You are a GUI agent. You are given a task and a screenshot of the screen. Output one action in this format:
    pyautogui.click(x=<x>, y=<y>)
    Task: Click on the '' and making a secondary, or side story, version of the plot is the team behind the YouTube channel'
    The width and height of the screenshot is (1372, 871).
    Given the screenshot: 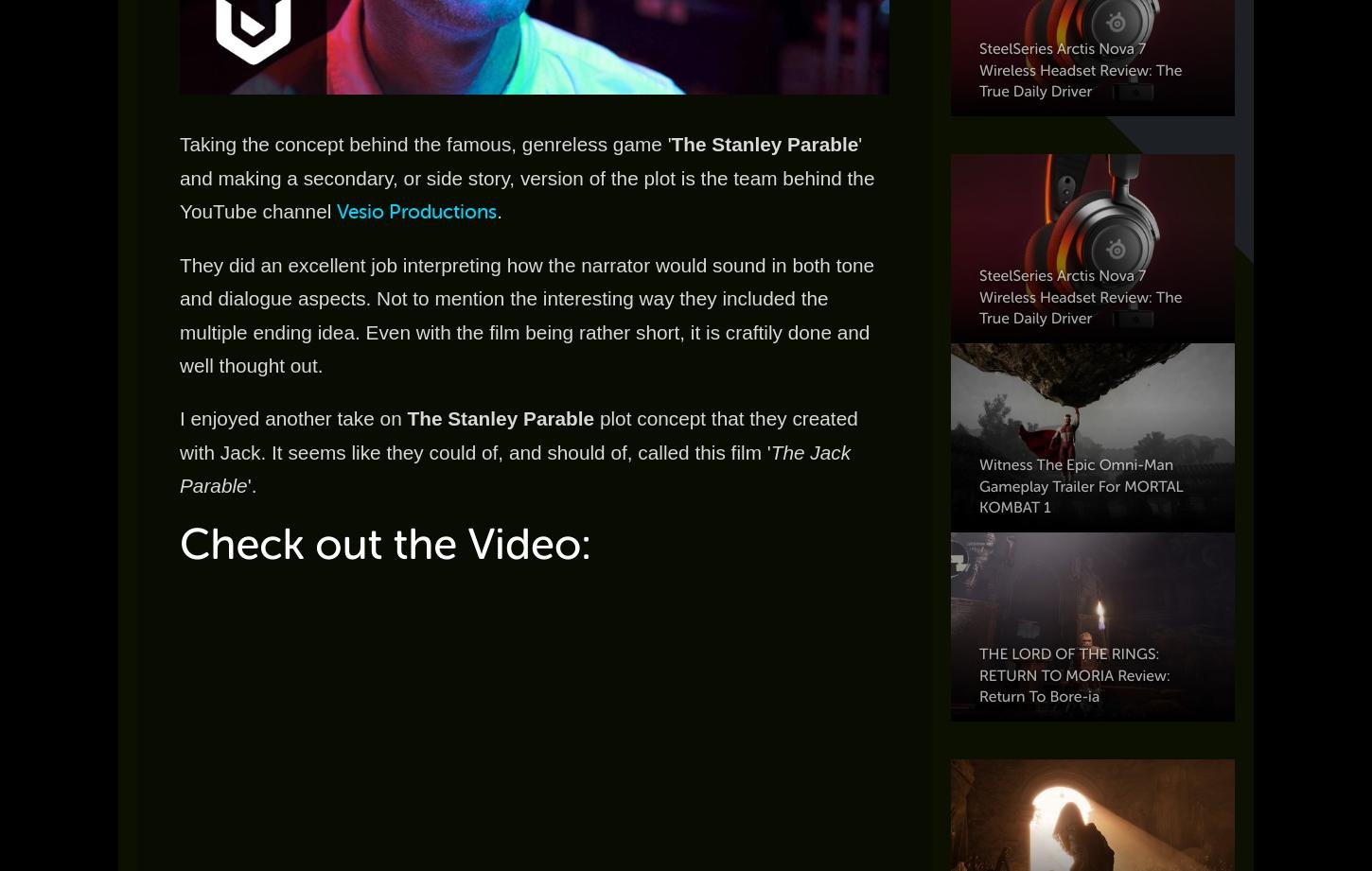 What is the action you would take?
    pyautogui.click(x=526, y=176)
    